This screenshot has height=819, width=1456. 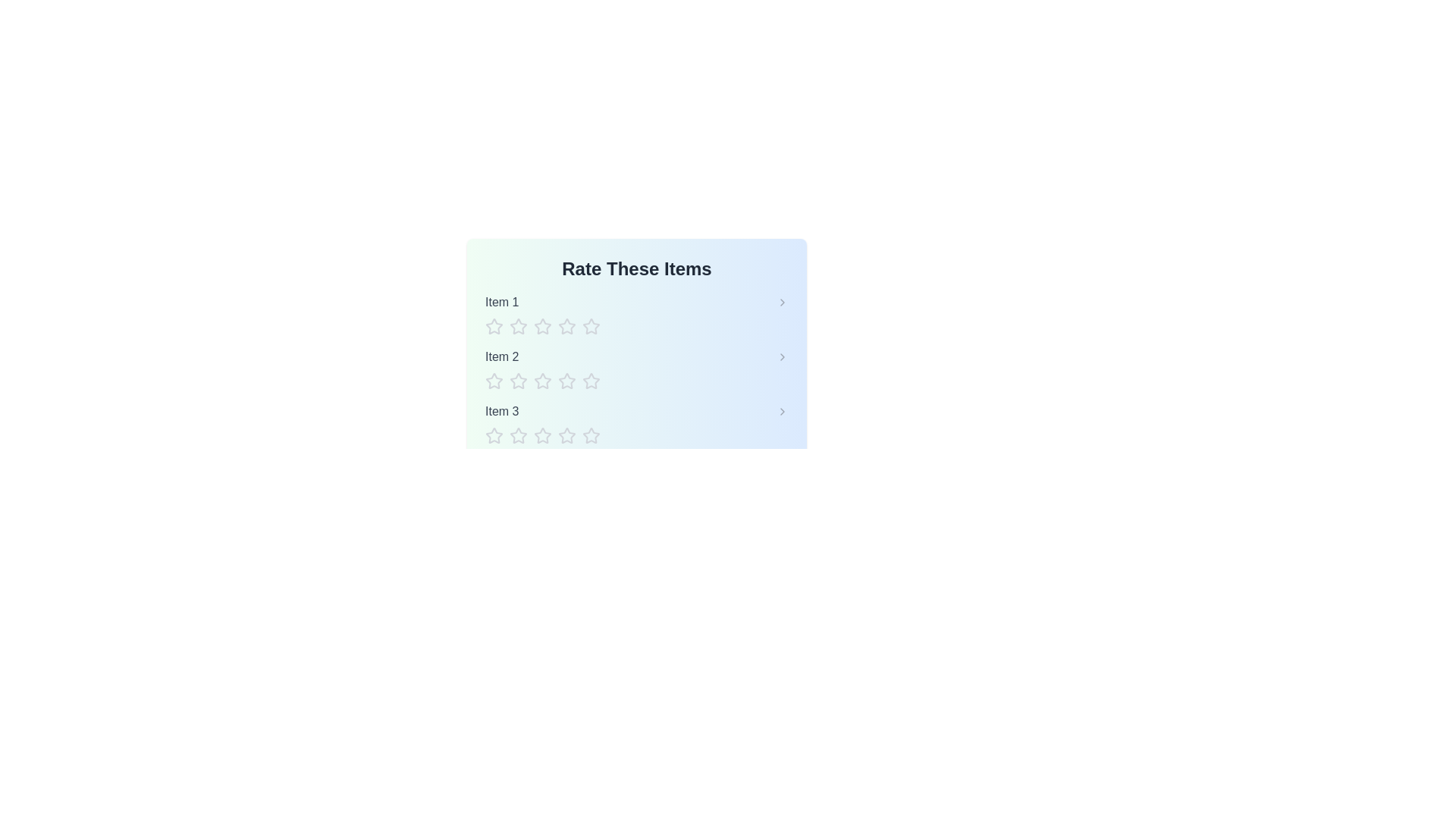 I want to click on the star corresponding to the rating 1 for item Item 2, so click(x=494, y=380).